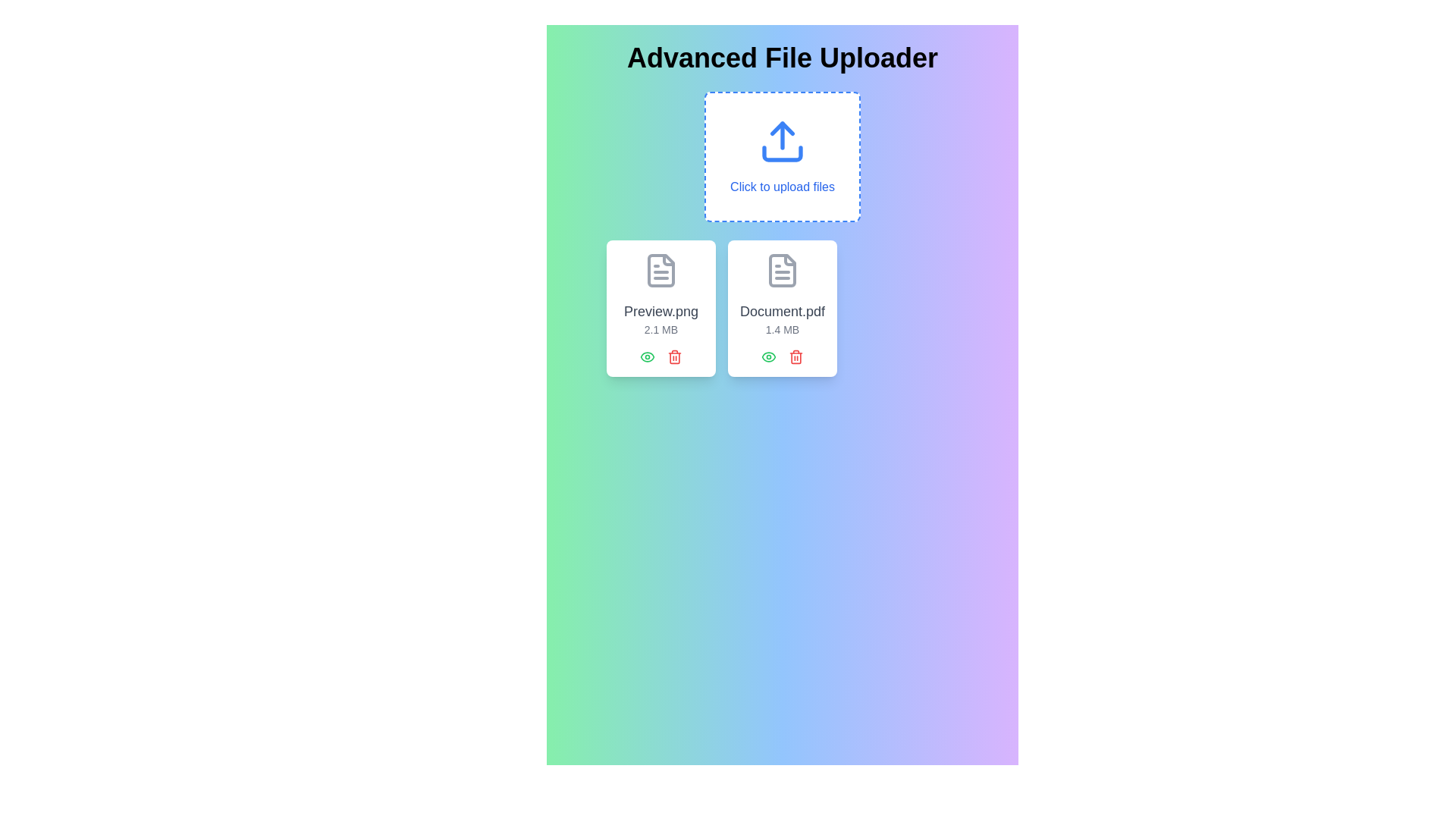 The width and height of the screenshot is (1456, 819). What do you see at coordinates (661, 329) in the screenshot?
I see `the text label indicating the size of the file 'Preview.png'` at bounding box center [661, 329].